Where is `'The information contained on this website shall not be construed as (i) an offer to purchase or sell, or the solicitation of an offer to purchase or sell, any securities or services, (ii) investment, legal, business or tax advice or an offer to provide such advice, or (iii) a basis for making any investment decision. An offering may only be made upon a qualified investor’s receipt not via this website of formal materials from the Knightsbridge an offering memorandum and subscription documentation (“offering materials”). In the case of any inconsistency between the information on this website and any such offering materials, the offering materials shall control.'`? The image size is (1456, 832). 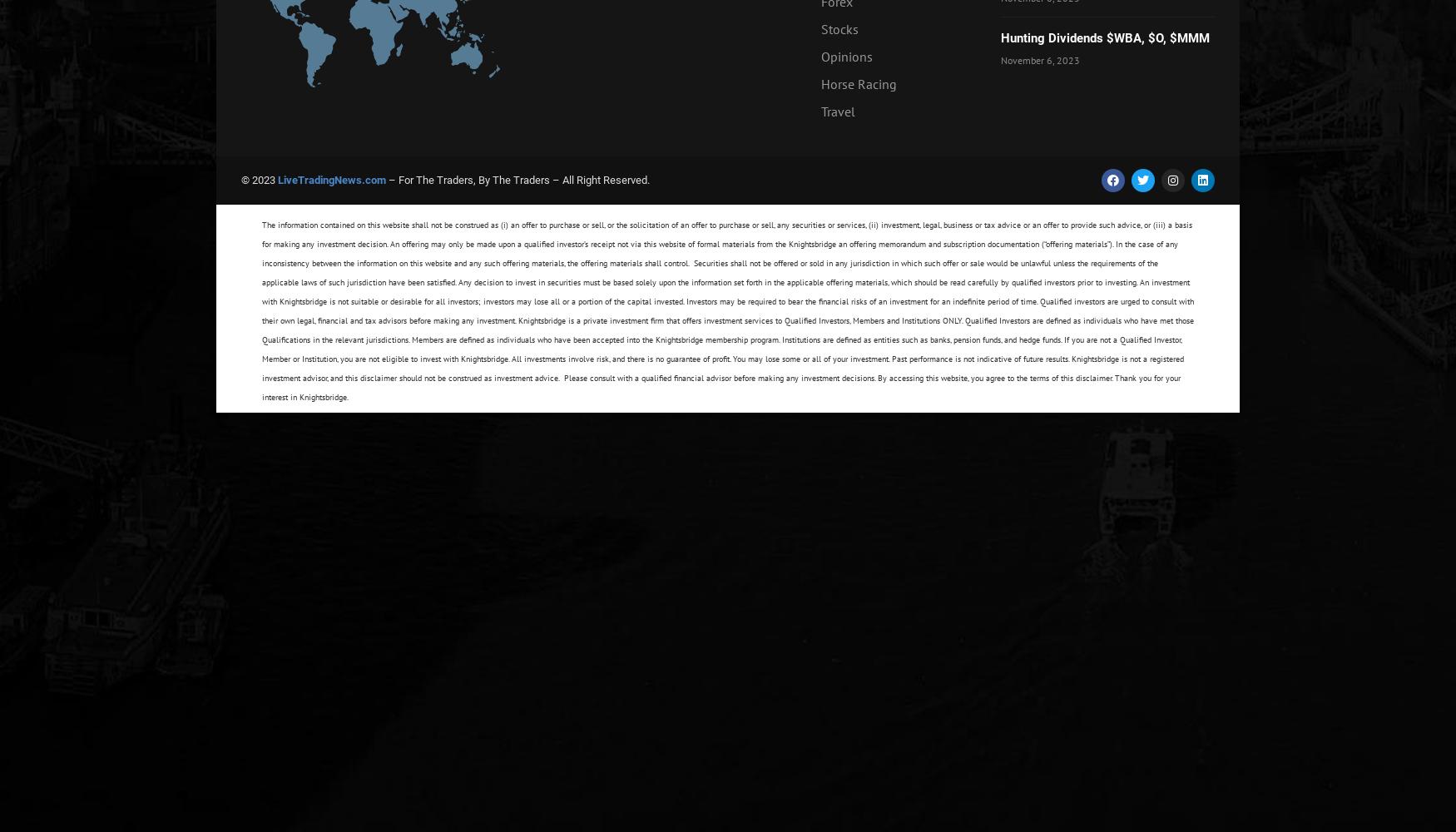
'The information contained on this website shall not be construed as (i) an offer to purchase or sell, or the solicitation of an offer to purchase or sell, any securities or services, (ii) investment, legal, business or tax advice or an offer to provide such advice, or (iii) a basis for making any investment decision. An offering may only be made upon a qualified investor’s receipt not via this website of formal materials from the Knightsbridge an offering memorandum and subscription documentation (“offering materials”). In the case of any inconsistency between the information on this website and any such offering materials, the offering materials shall control.' is located at coordinates (726, 244).